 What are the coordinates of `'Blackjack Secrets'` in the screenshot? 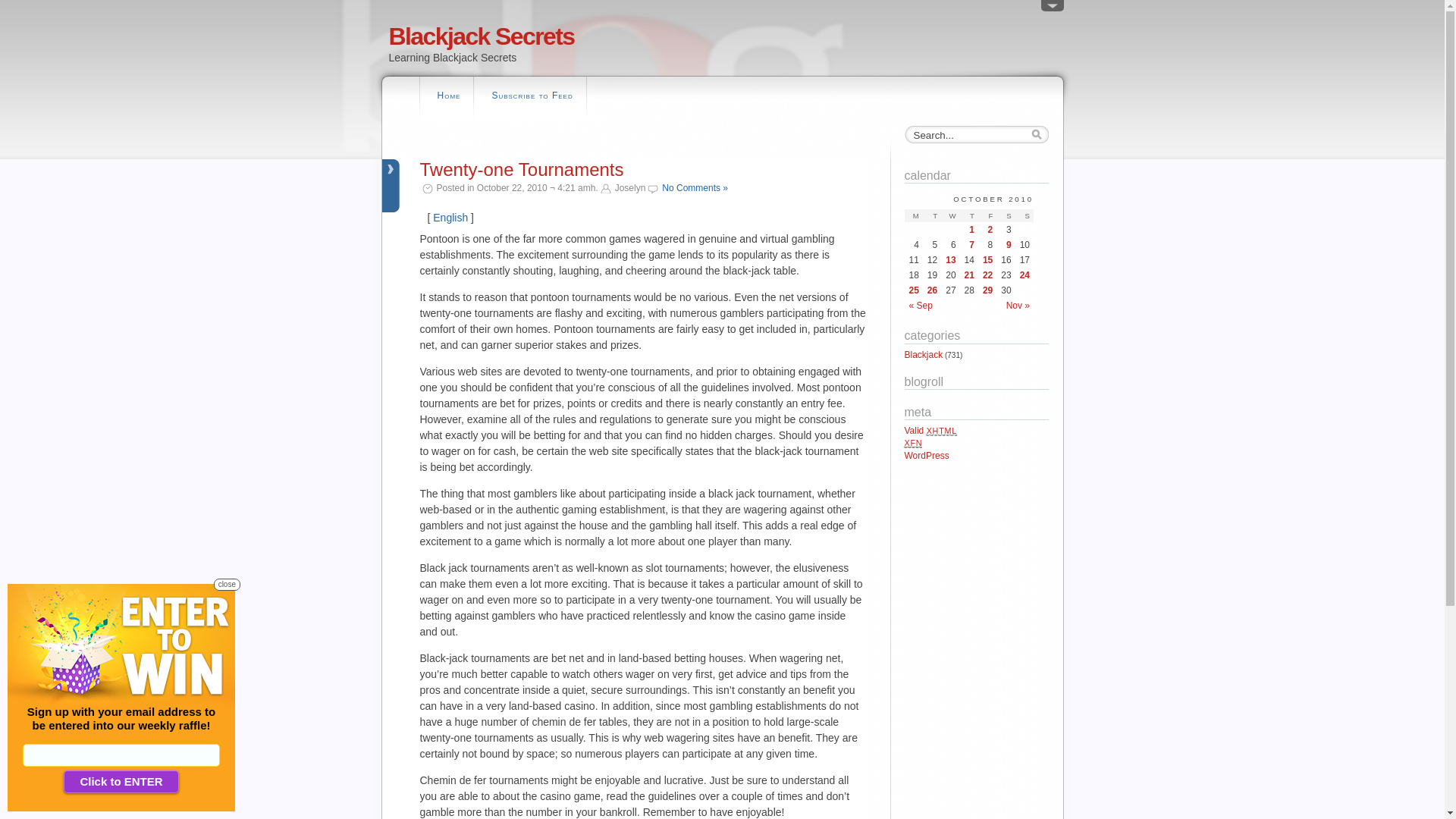 It's located at (388, 35).